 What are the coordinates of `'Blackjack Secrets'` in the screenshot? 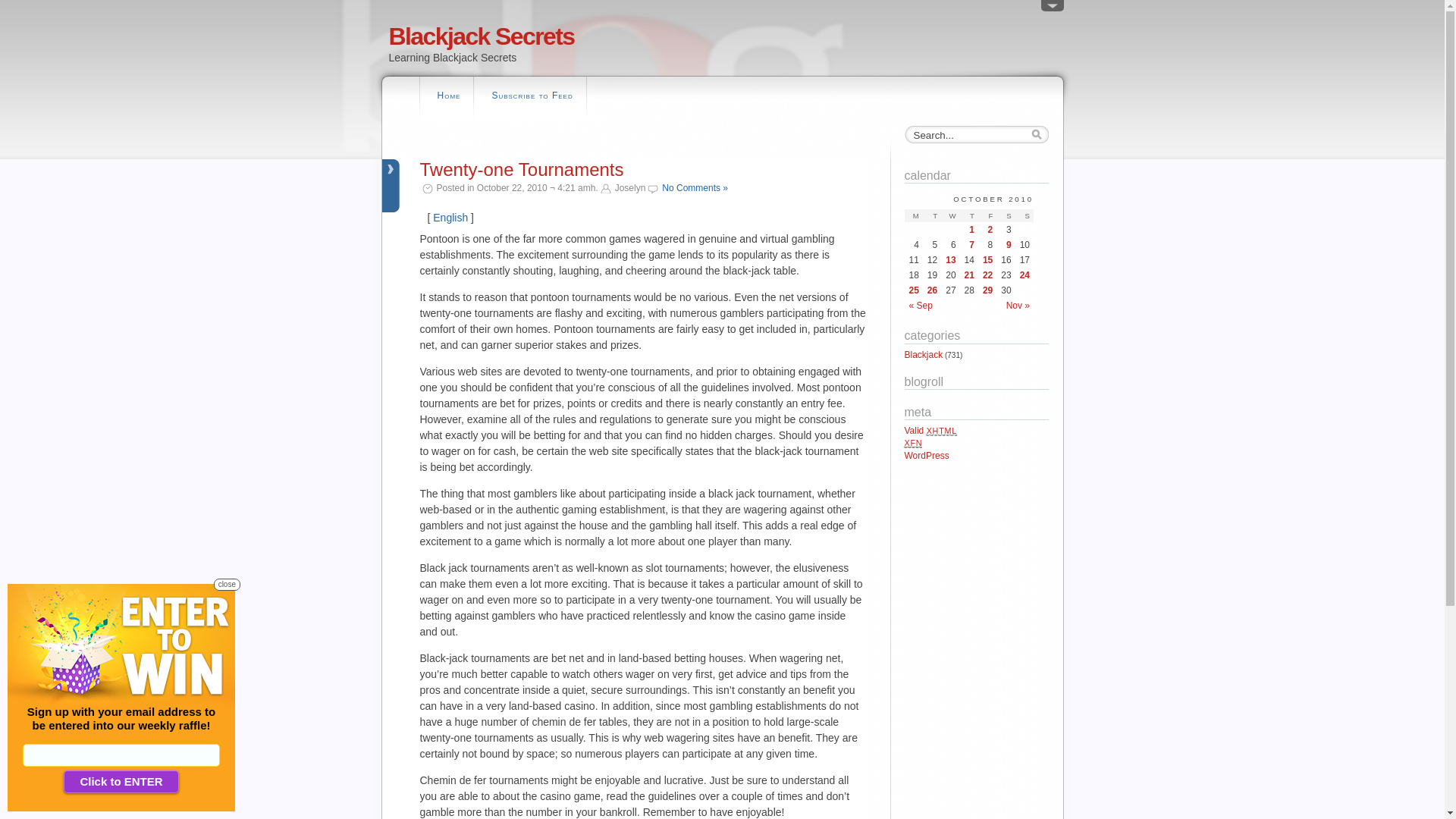 It's located at (388, 35).